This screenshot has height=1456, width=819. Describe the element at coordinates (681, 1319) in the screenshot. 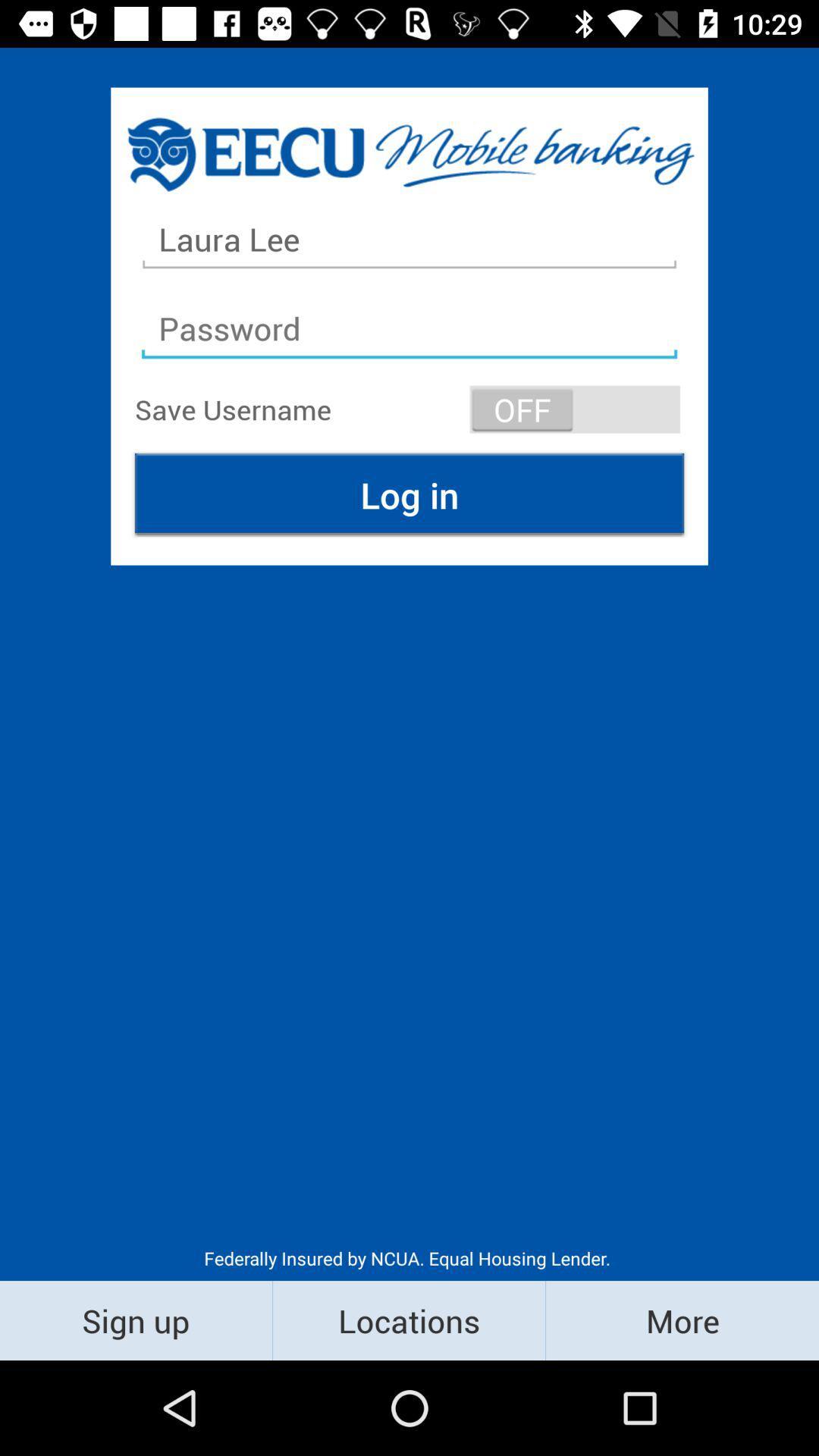

I see `icon below the federally insured by` at that location.